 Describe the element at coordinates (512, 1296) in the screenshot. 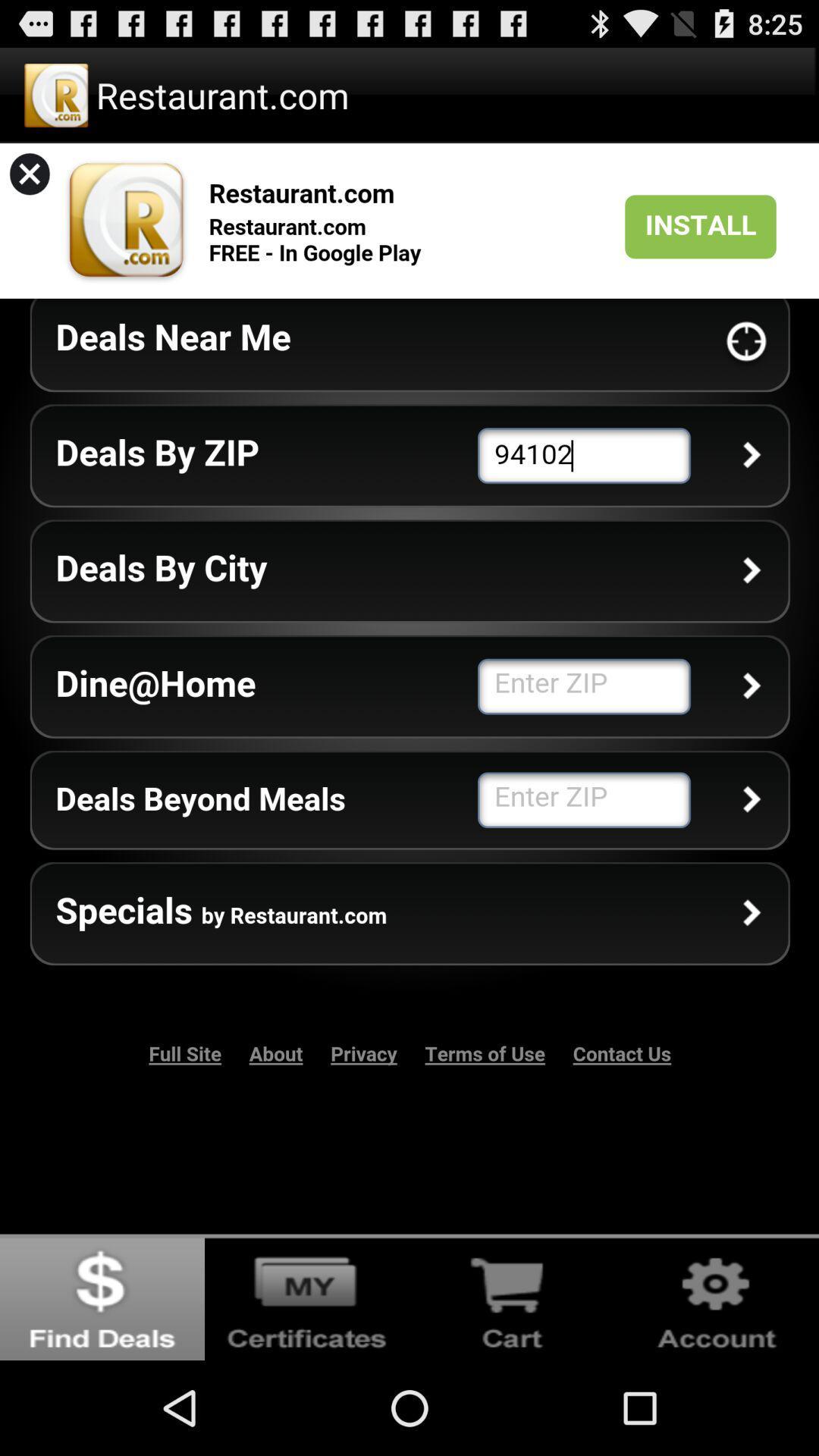

I see `cart box` at that location.